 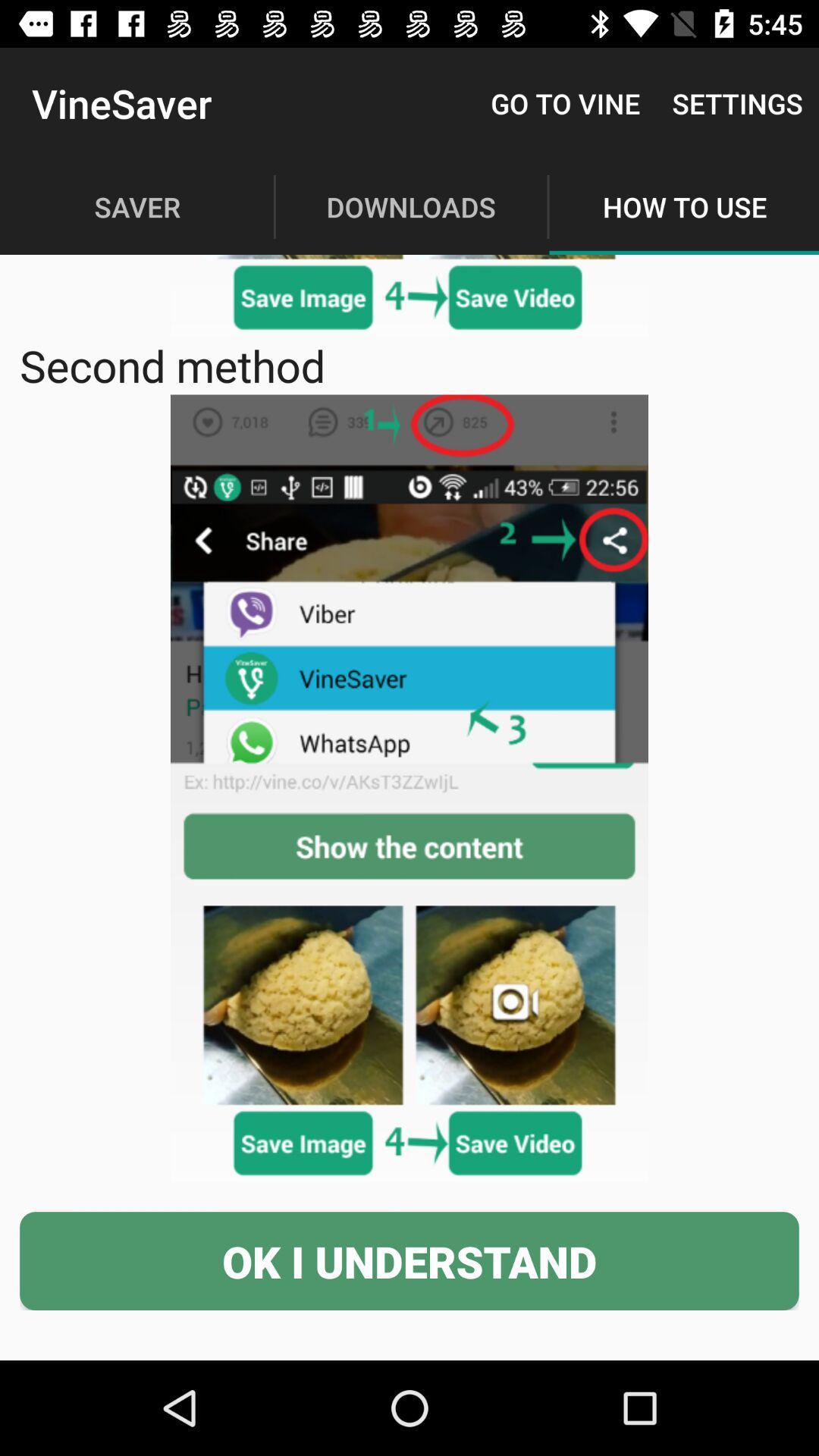 I want to click on the go to vine icon, so click(x=565, y=102).